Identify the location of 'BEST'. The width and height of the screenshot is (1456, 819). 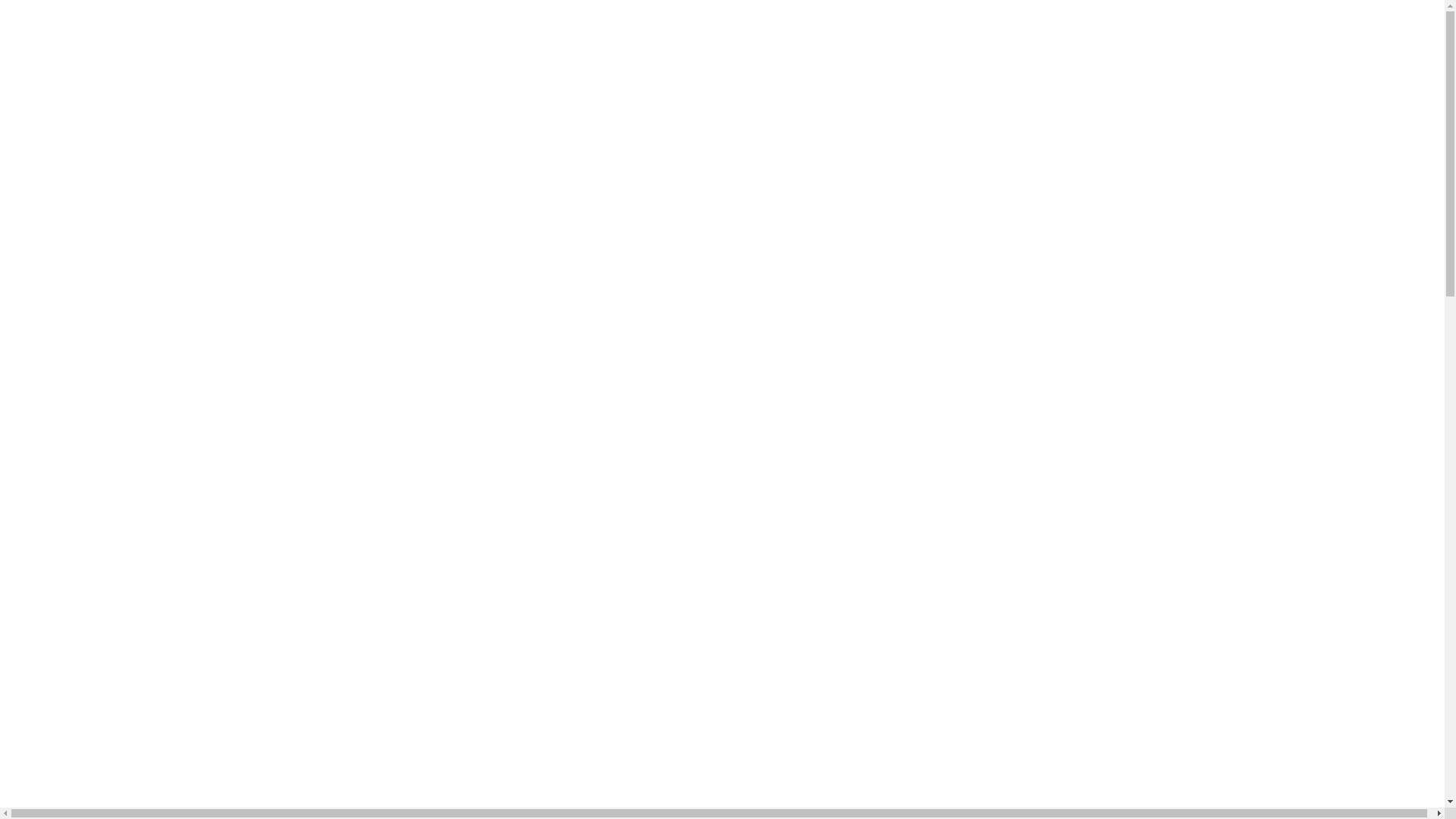
(50, 385).